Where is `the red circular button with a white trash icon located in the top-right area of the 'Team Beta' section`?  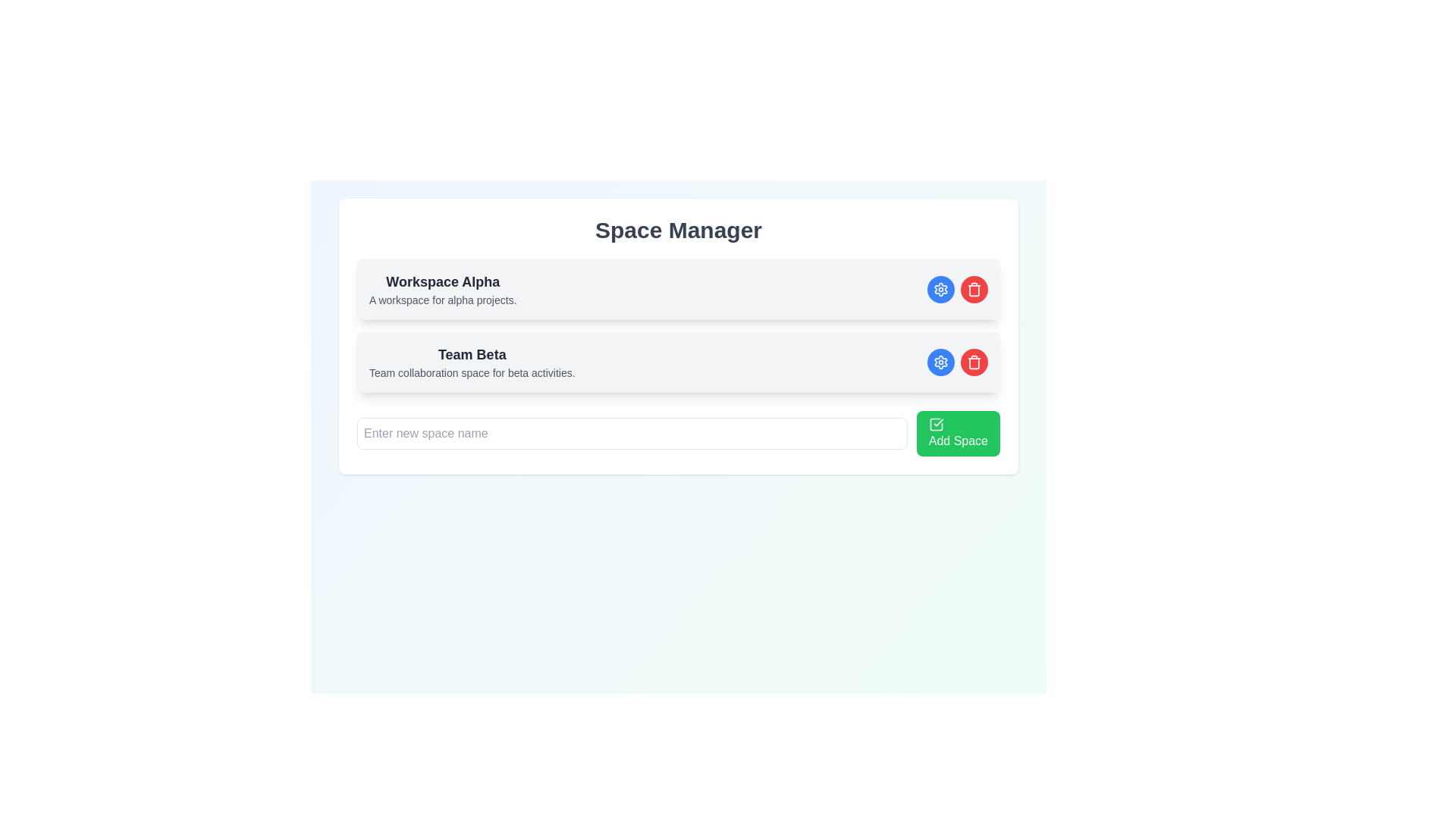 the red circular button with a white trash icon located in the top-right area of the 'Team Beta' section is located at coordinates (956, 362).